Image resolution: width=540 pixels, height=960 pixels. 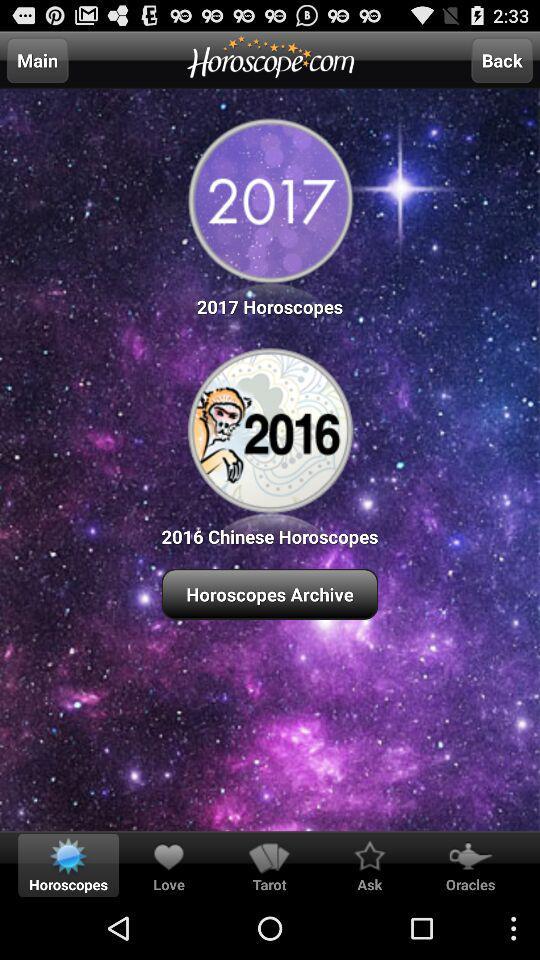 What do you see at coordinates (501, 59) in the screenshot?
I see `the back` at bounding box center [501, 59].